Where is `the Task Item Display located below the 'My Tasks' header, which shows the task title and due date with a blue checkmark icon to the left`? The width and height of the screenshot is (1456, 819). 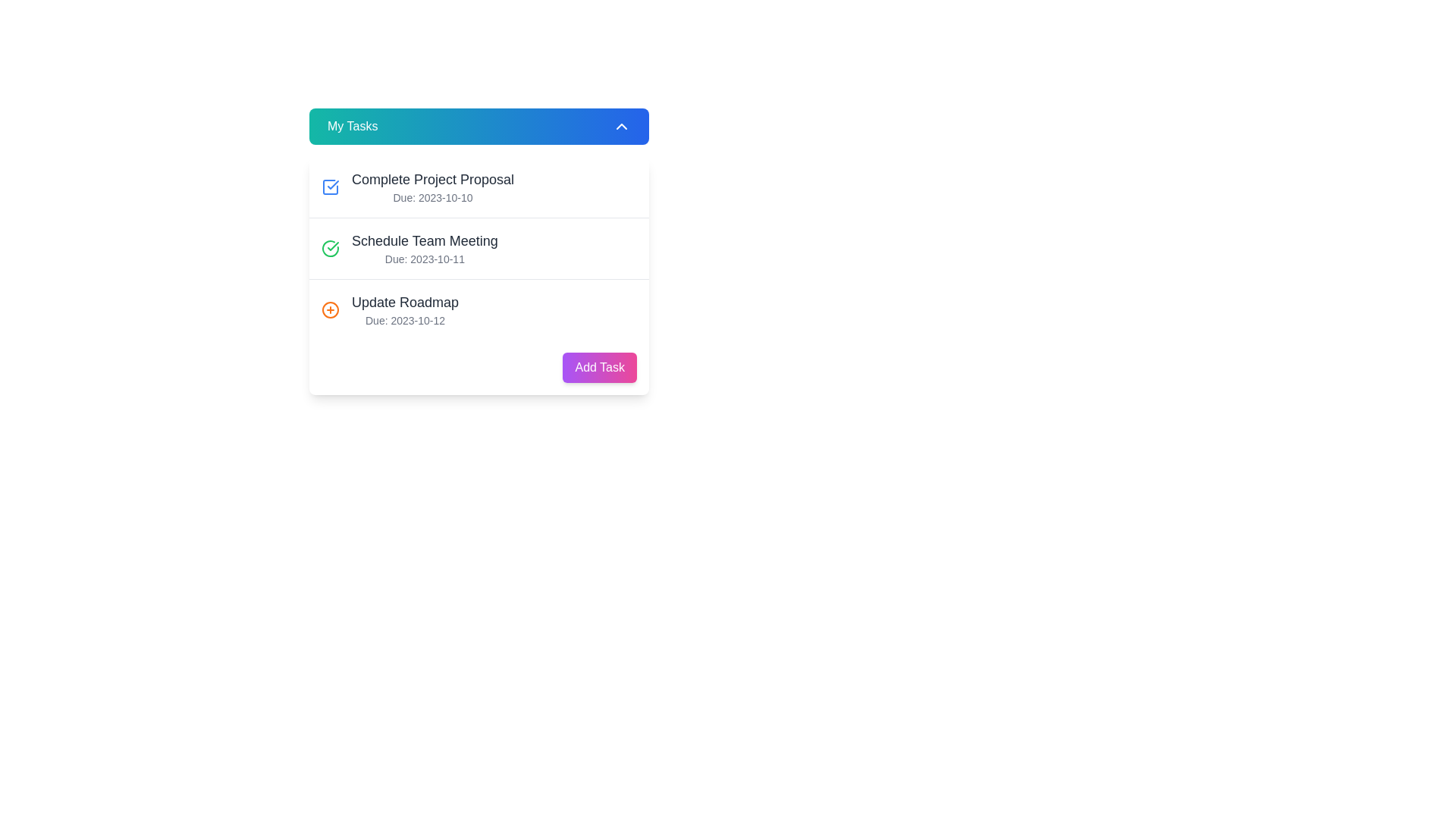 the Task Item Display located below the 'My Tasks' header, which shows the task title and due date with a blue checkmark icon to the left is located at coordinates (432, 186).